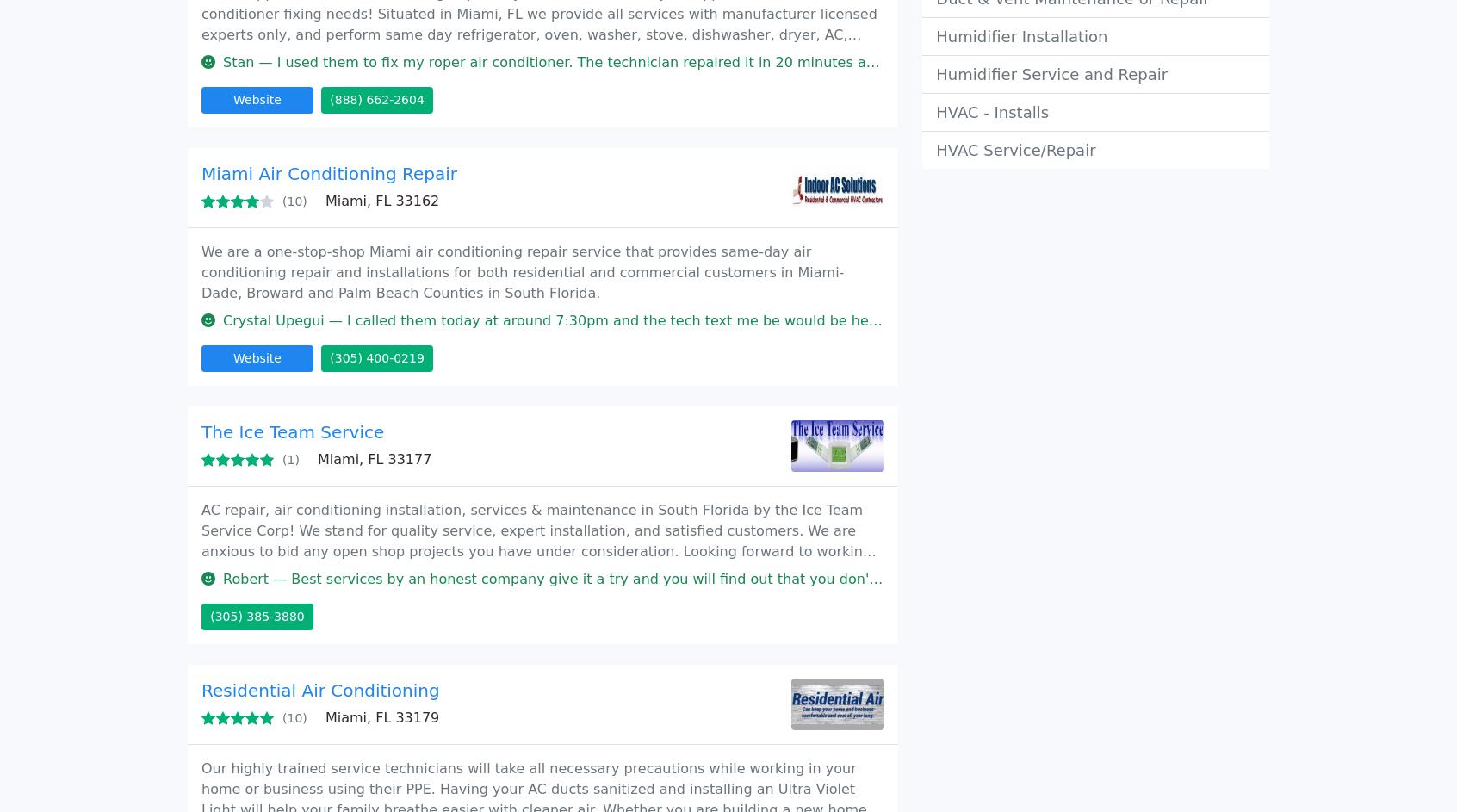 This screenshot has height=812, width=1457. What do you see at coordinates (1161, 159) in the screenshot?
I see `'Cookies policy'` at bounding box center [1161, 159].